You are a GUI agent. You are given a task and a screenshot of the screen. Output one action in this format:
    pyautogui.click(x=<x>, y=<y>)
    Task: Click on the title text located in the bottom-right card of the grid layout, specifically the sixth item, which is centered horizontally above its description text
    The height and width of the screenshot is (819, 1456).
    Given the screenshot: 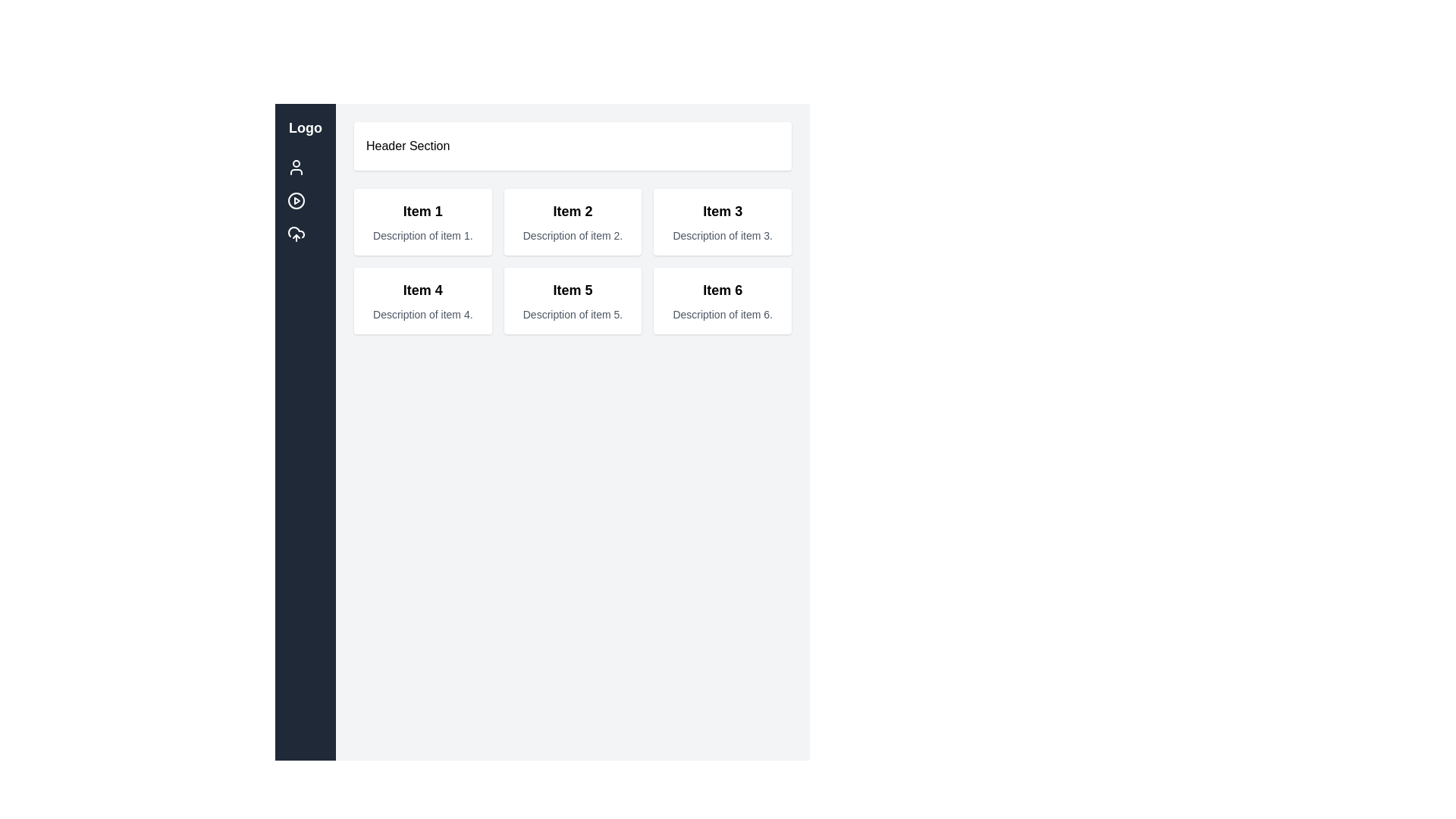 What is the action you would take?
    pyautogui.click(x=722, y=290)
    